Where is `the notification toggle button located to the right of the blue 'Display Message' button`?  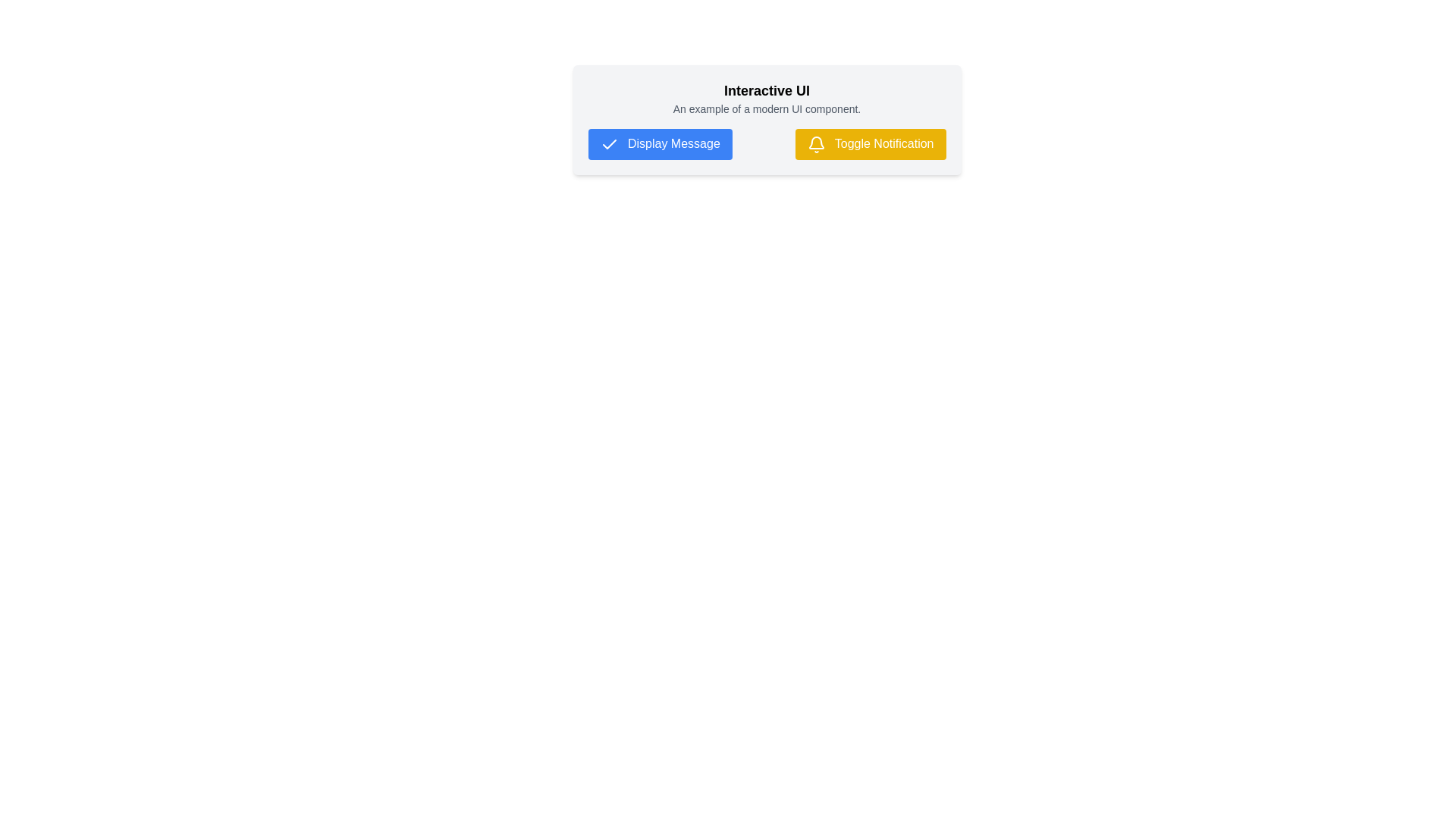 the notification toggle button located to the right of the blue 'Display Message' button is located at coordinates (870, 144).